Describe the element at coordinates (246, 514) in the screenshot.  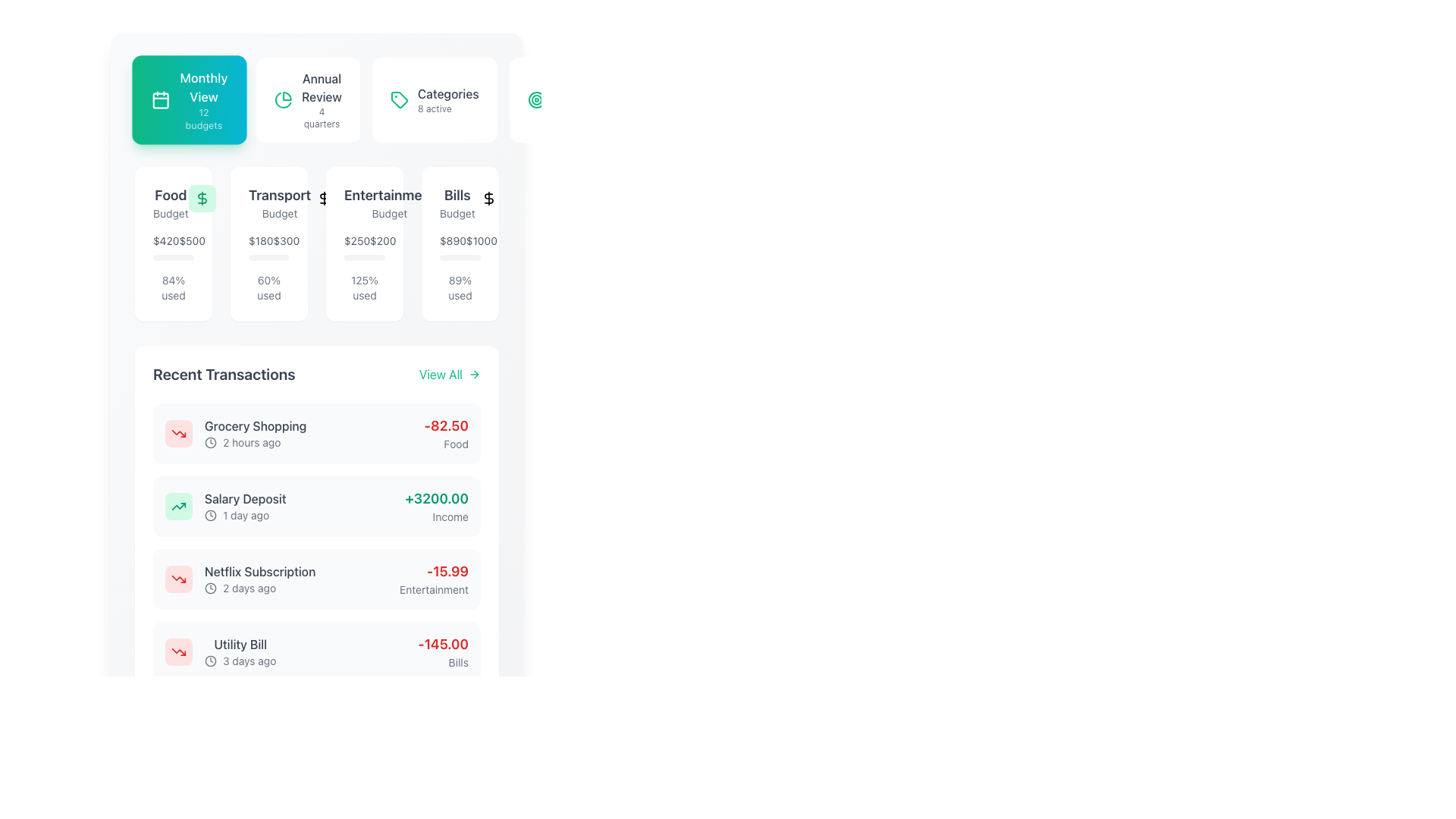
I see `the text label indicating the elapsed time for the 'Salary Deposit' transaction located in the second row of the 'Recent Transactions' section` at that location.